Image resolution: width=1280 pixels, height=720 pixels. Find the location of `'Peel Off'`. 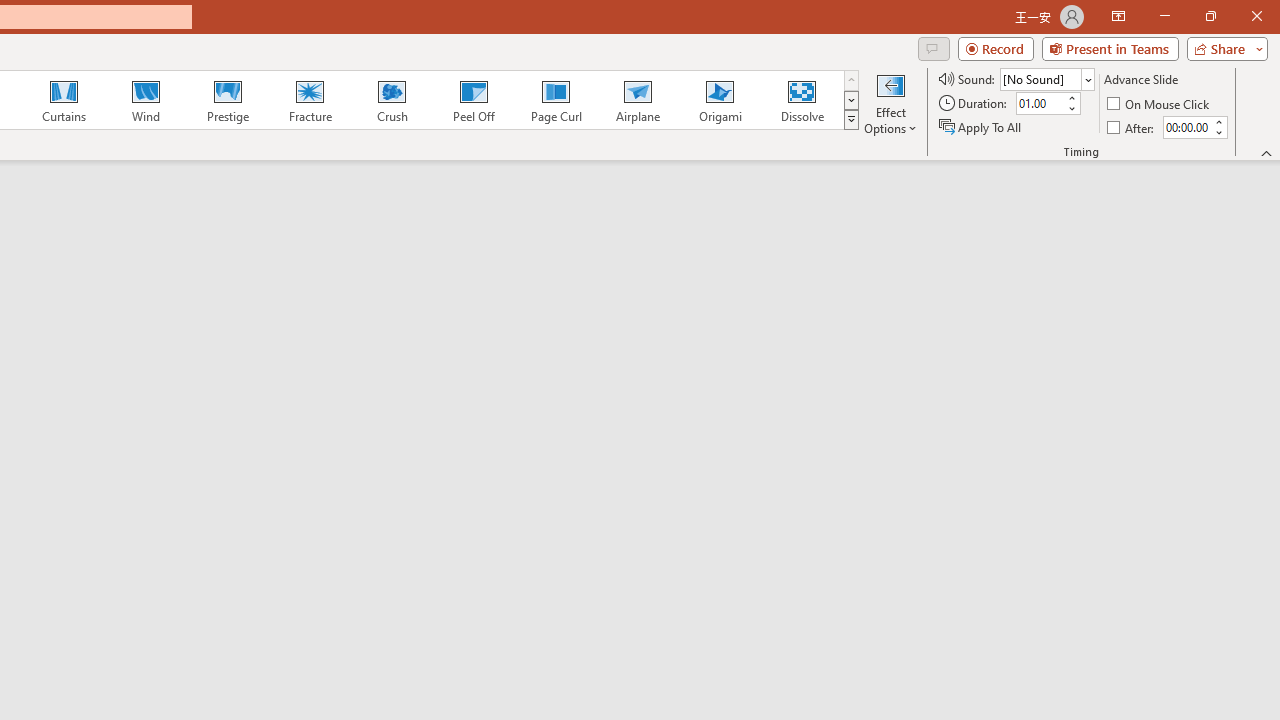

'Peel Off' is located at coordinates (472, 100).